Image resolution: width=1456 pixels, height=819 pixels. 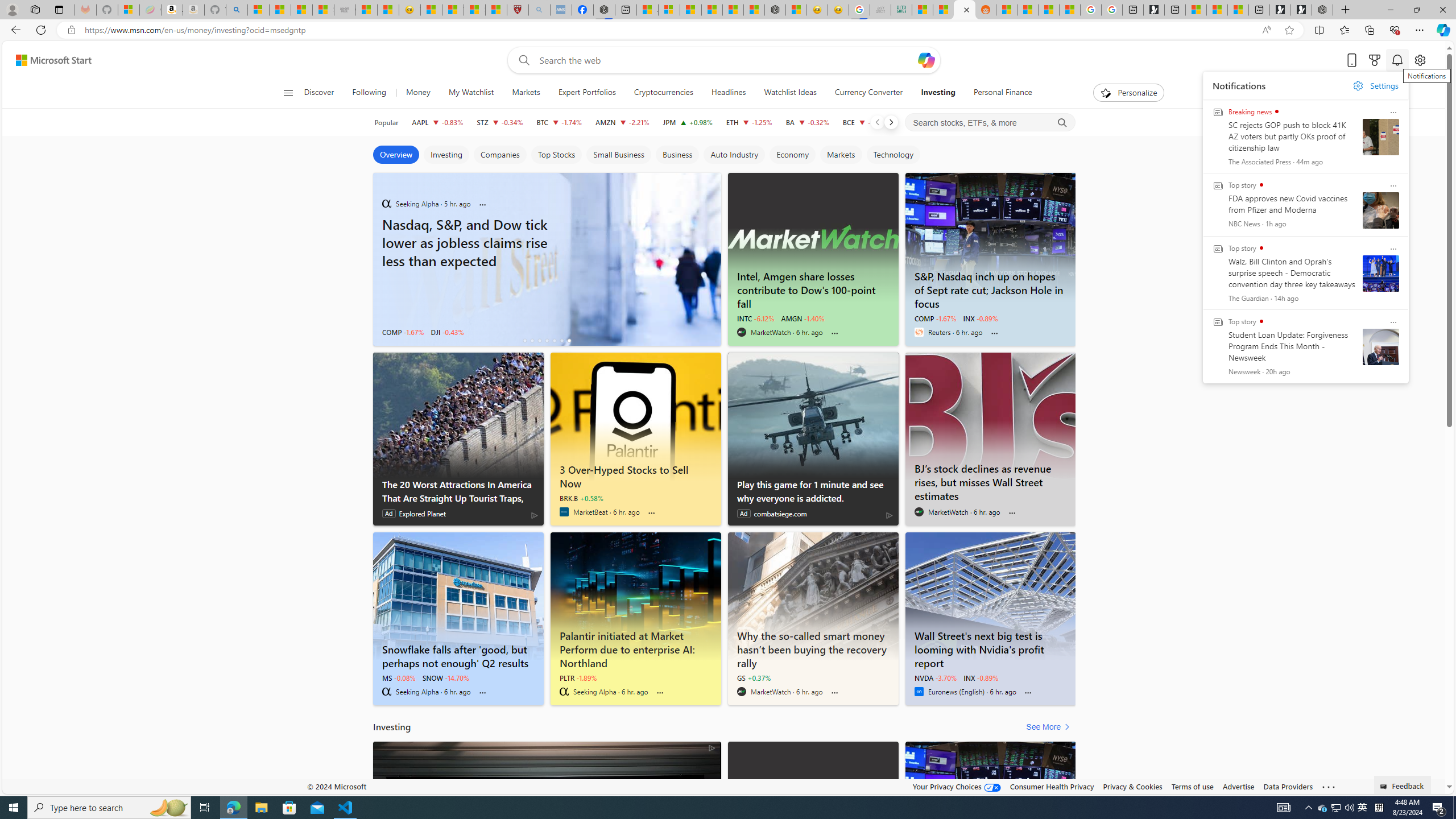 What do you see at coordinates (1192, 786) in the screenshot?
I see `'Terms of use'` at bounding box center [1192, 786].